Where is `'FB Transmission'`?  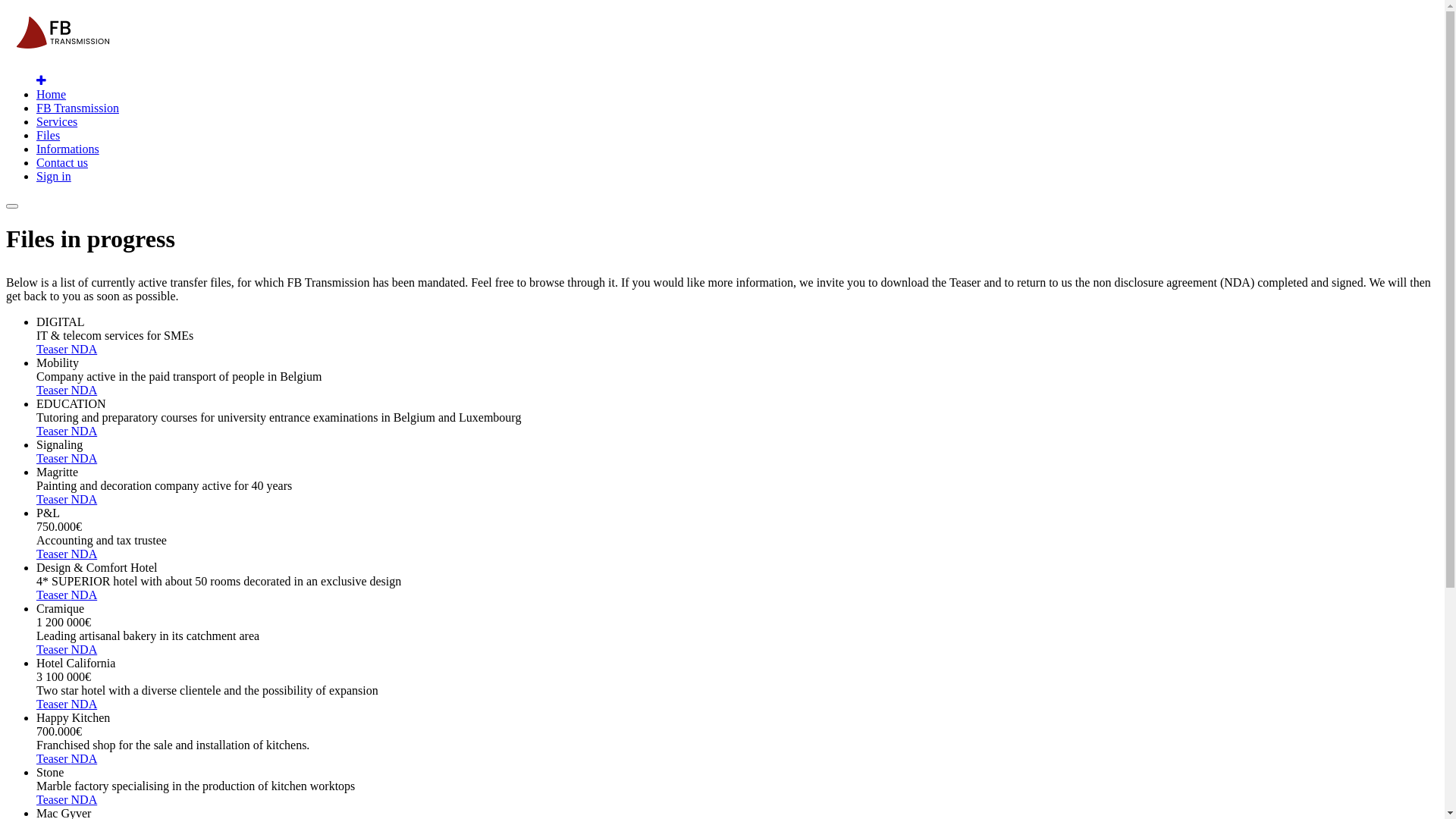
'FB Transmission' is located at coordinates (77, 107).